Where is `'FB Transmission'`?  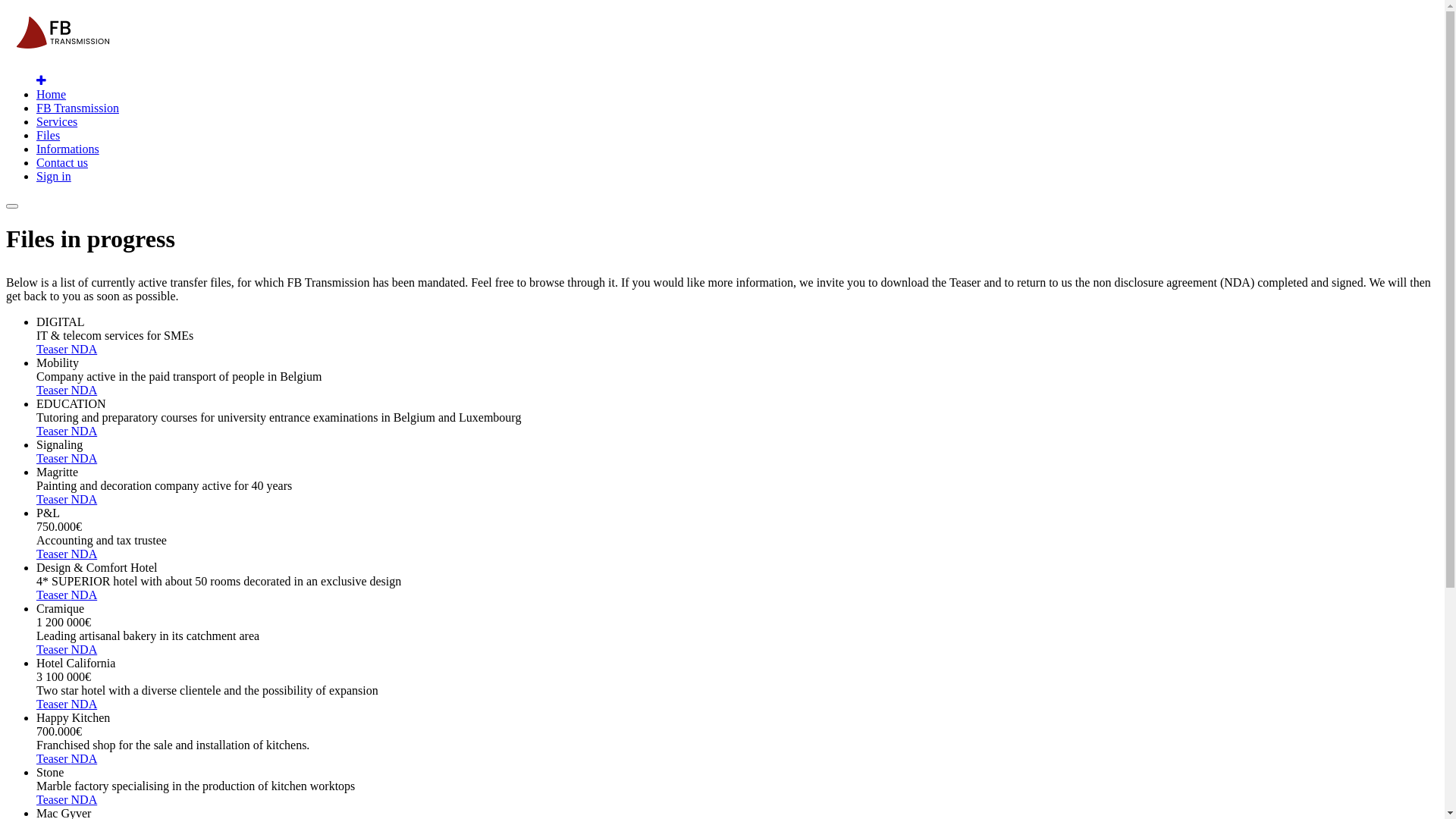
'FB Transmission' is located at coordinates (77, 107).